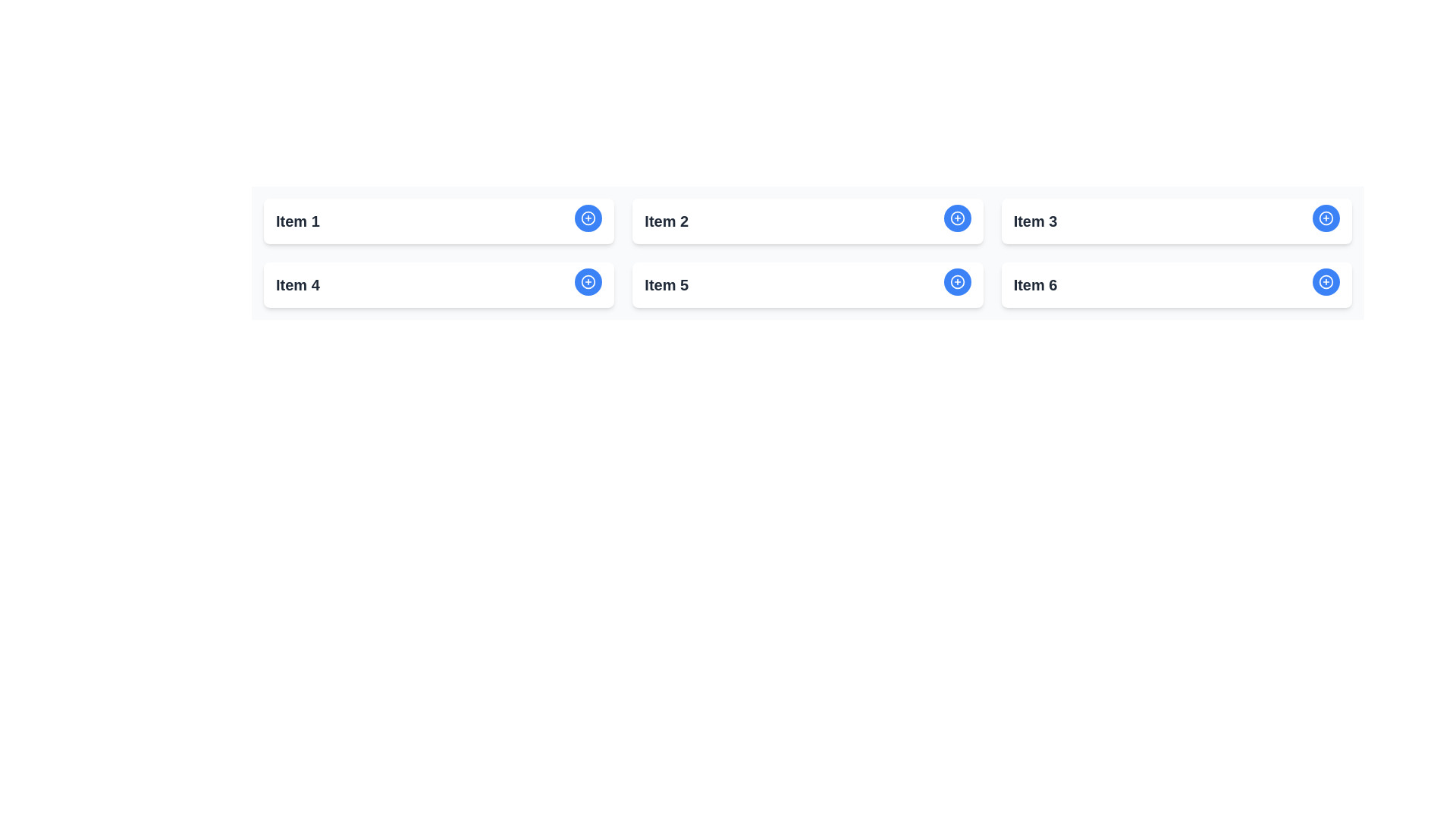 This screenshot has height=819, width=1456. Describe the element at coordinates (297, 221) in the screenshot. I see `the 'Item 1' text label, which serves as a title or header for a grouping in the topmost row of a grid layout` at that location.